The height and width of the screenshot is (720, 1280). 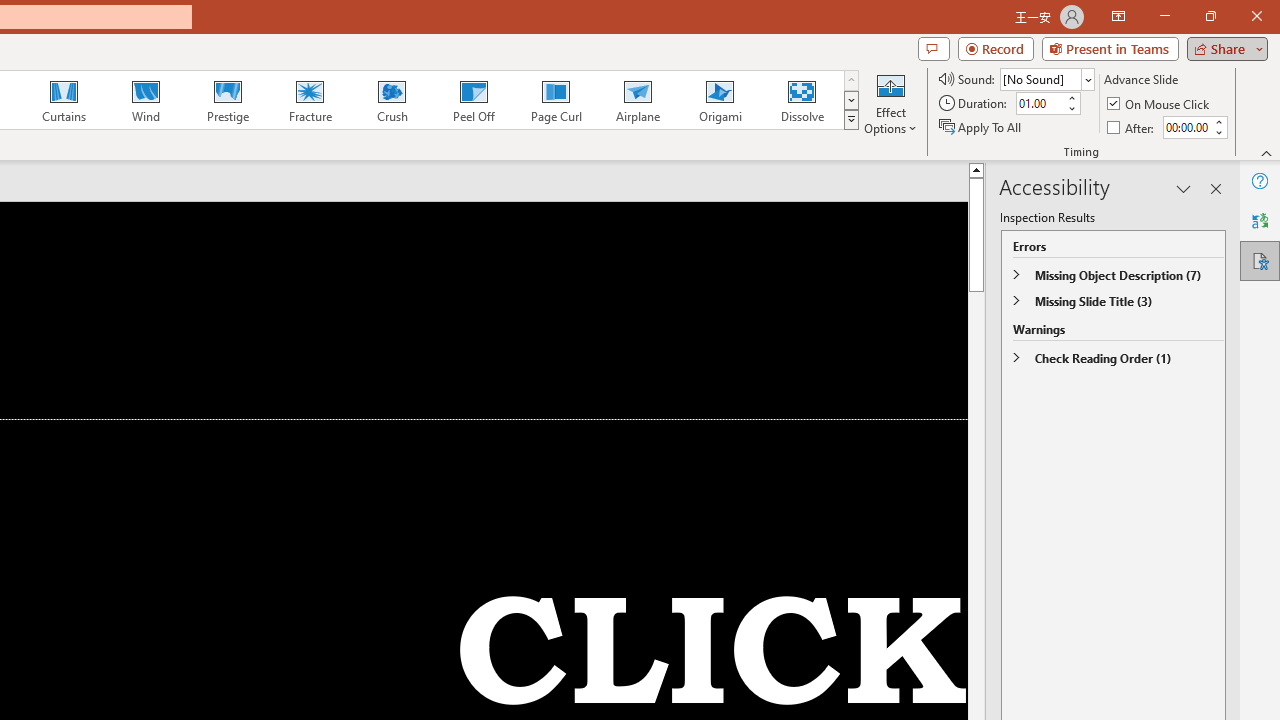 I want to click on 'More', so click(x=1217, y=121).